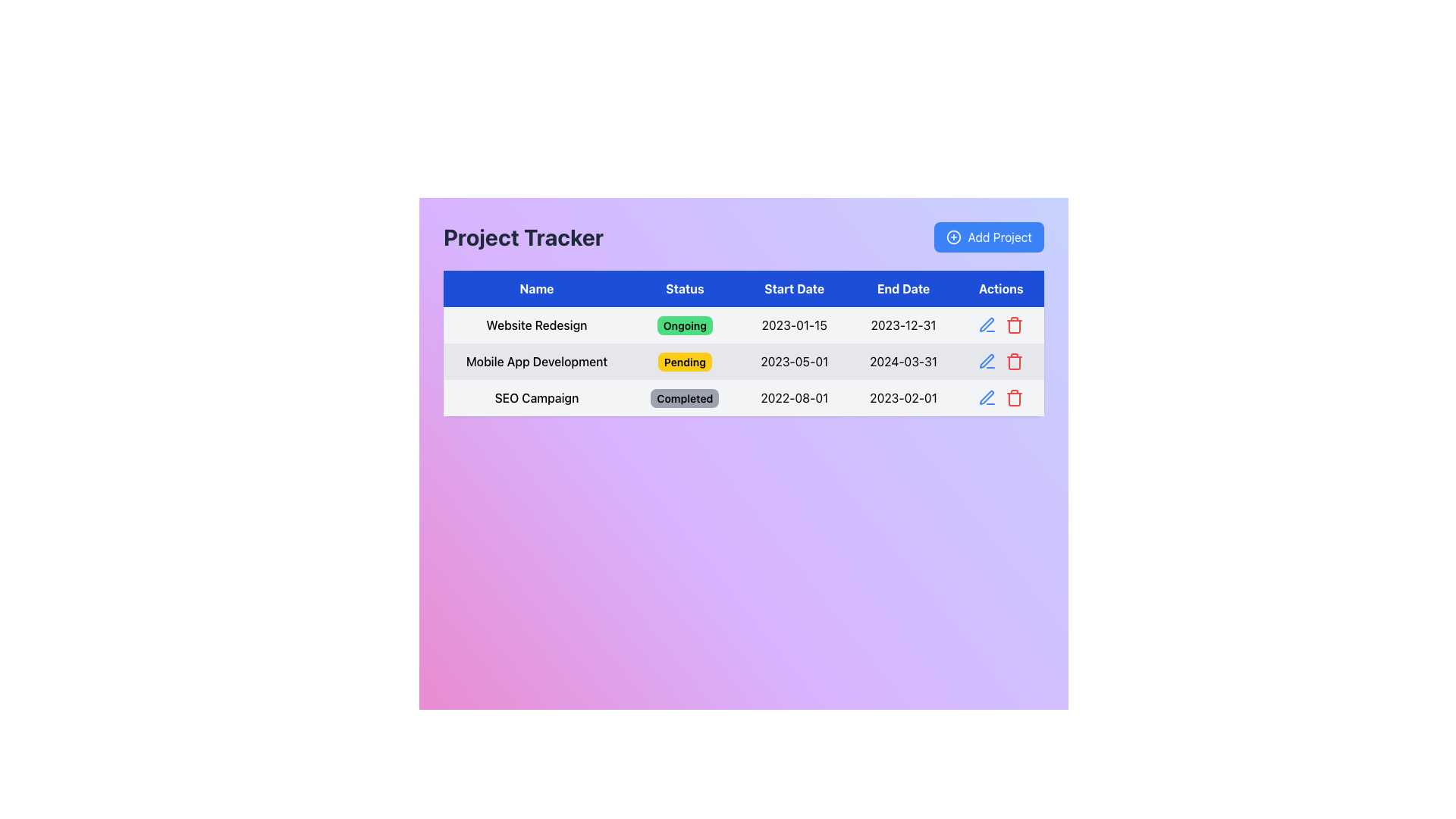  Describe the element at coordinates (953, 237) in the screenshot. I see `the small circle outline within the SVG graphical icon that is part of the 'Add Project' button located at the top-right corner of the interface` at that location.